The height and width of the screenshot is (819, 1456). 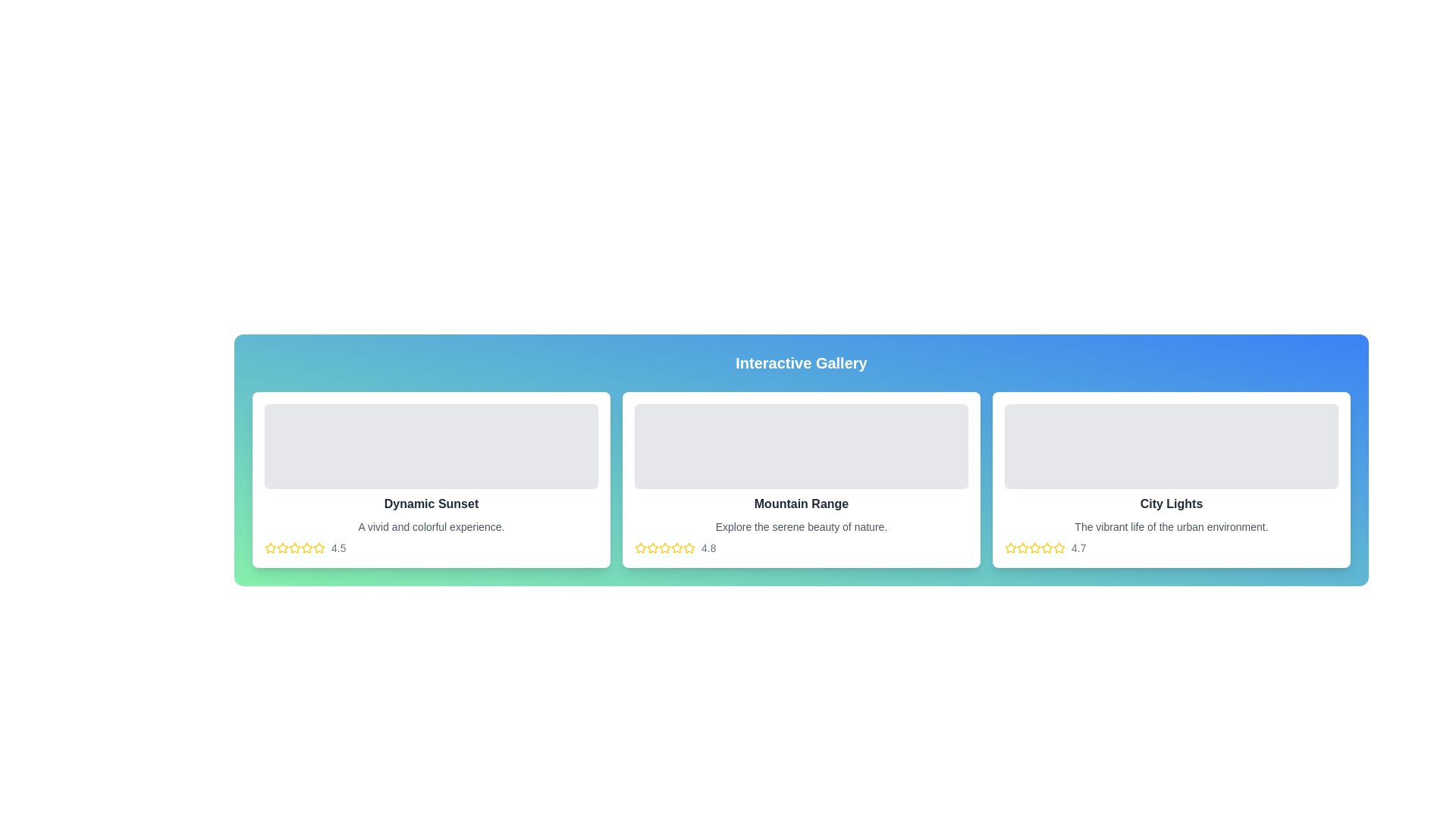 What do you see at coordinates (1058, 548) in the screenshot?
I see `the yellow star icon, which is the fourth star in the rating system below the 'City Lights' card description` at bounding box center [1058, 548].